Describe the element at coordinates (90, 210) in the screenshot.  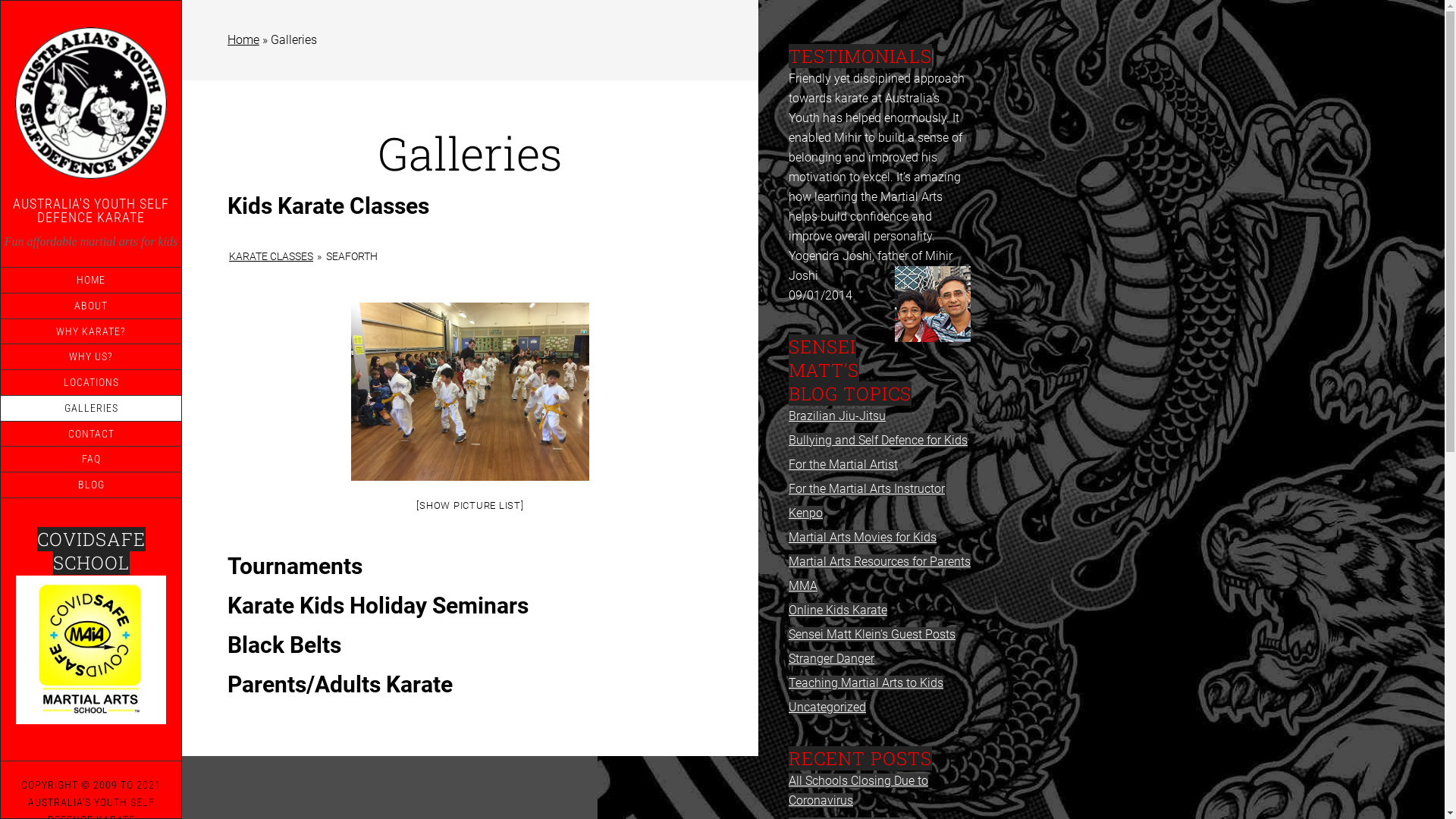
I see `'AUSTRALIA'S YOUTH SELF DEFENCE KARATE'` at that location.